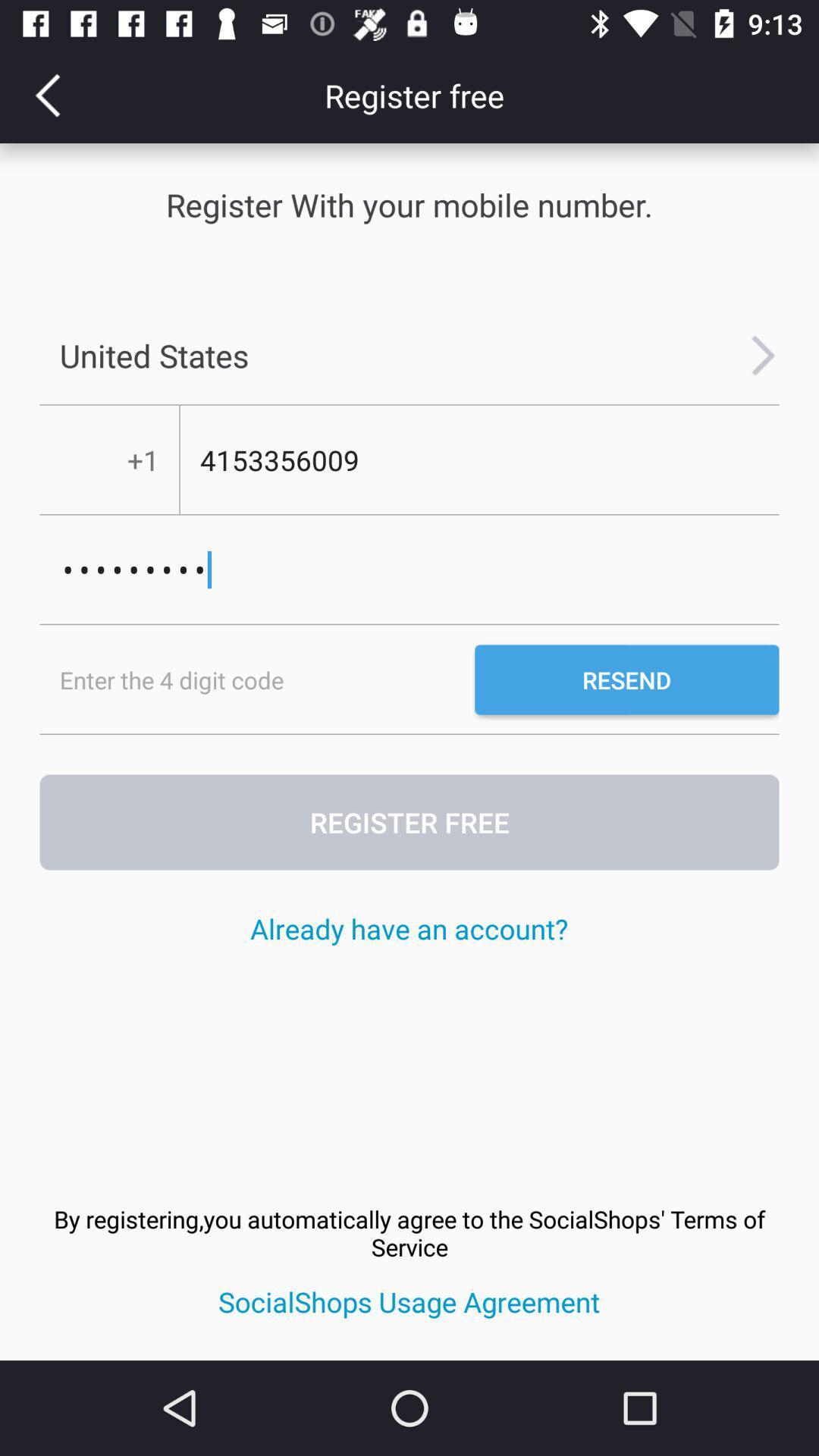 This screenshot has width=819, height=1456. Describe the element at coordinates (479, 460) in the screenshot. I see `the number which is below the united states` at that location.